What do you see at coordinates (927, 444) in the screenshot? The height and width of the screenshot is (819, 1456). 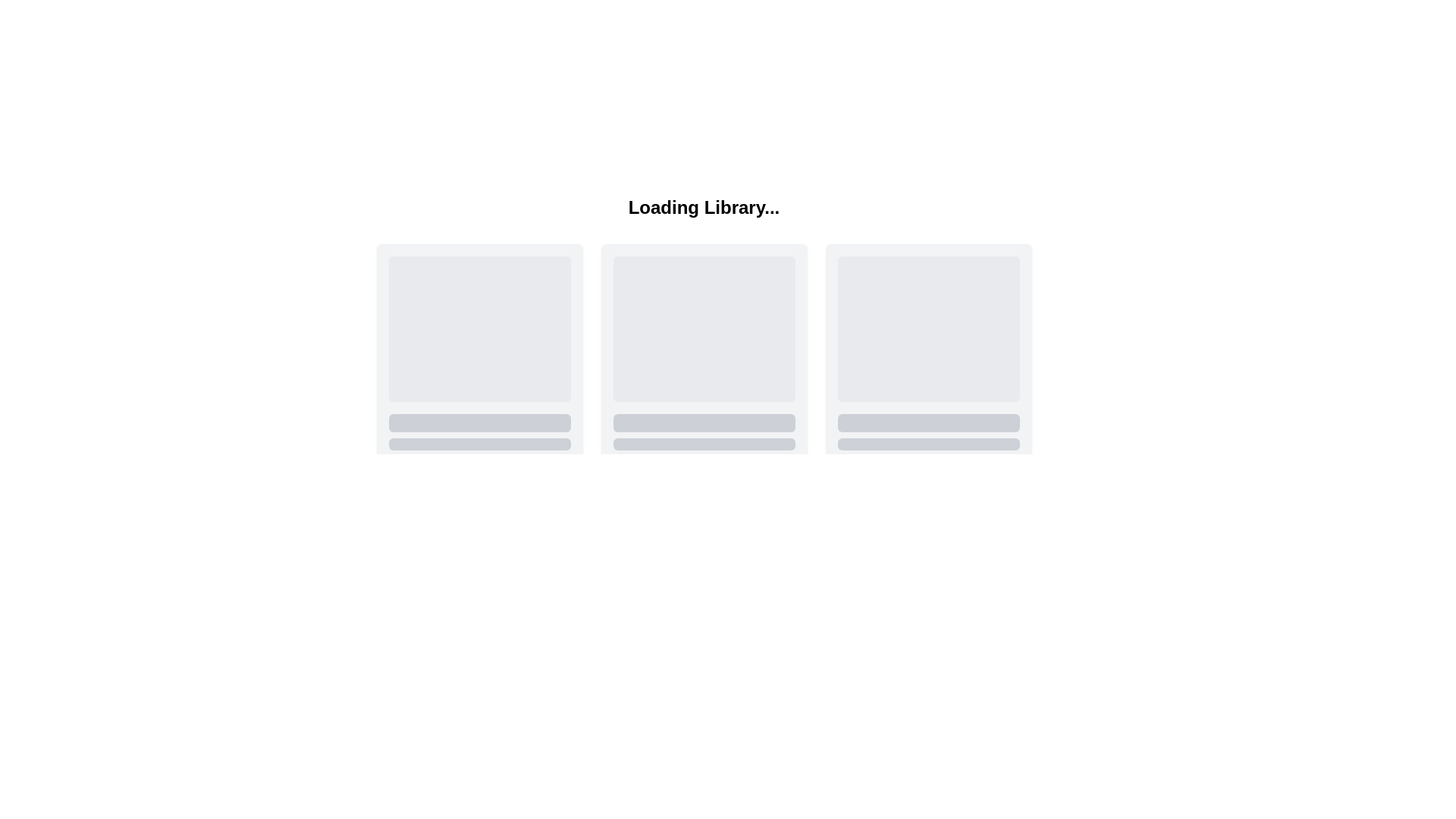 I see `the Decorative Bar, a thin horizontal rectangle with a gray background and rounded corners, located at the bottom of the rightmost card beneath a thicker bar` at bounding box center [927, 444].